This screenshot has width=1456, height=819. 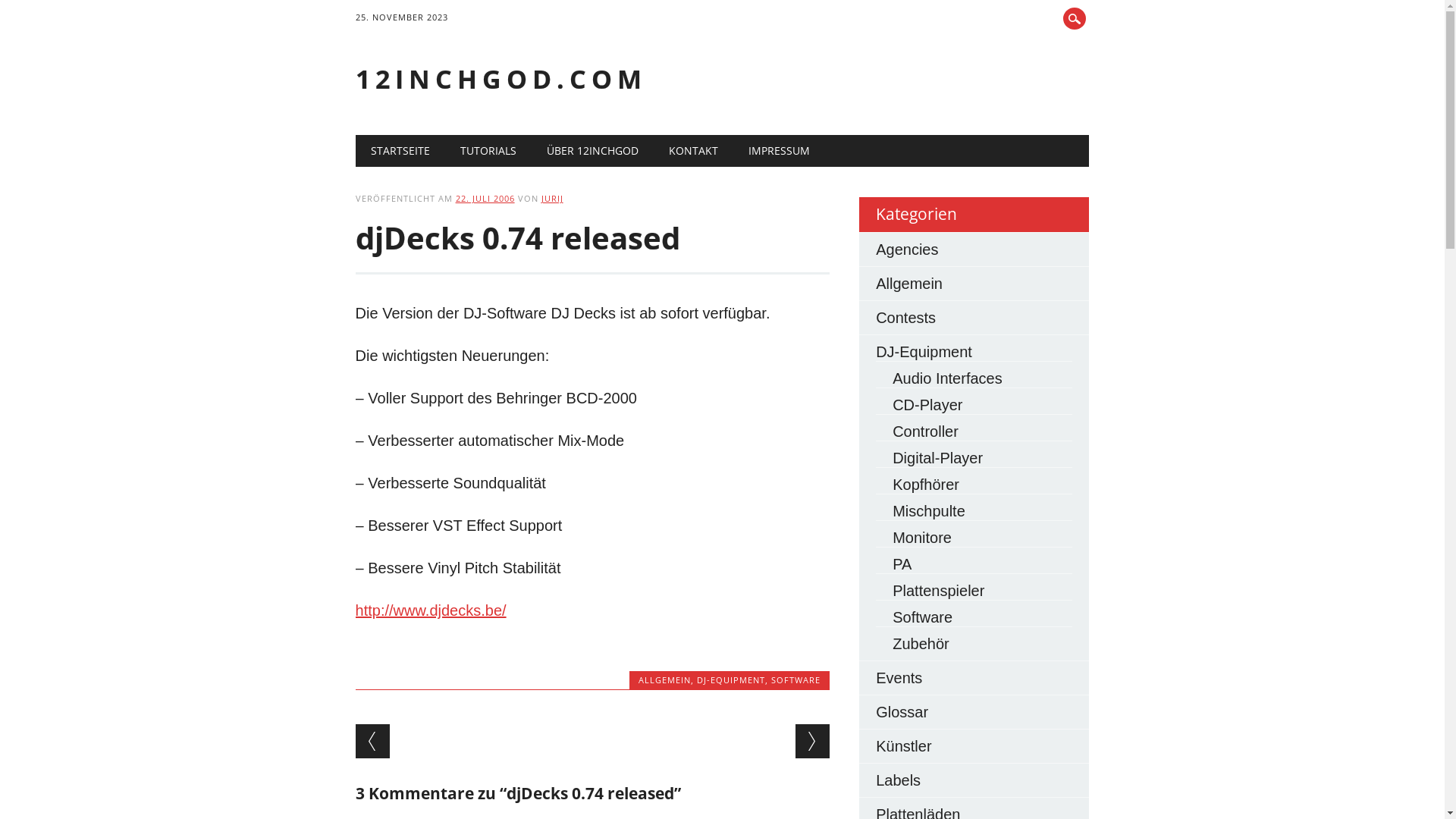 What do you see at coordinates (892, 457) in the screenshot?
I see `'Digital-Player'` at bounding box center [892, 457].